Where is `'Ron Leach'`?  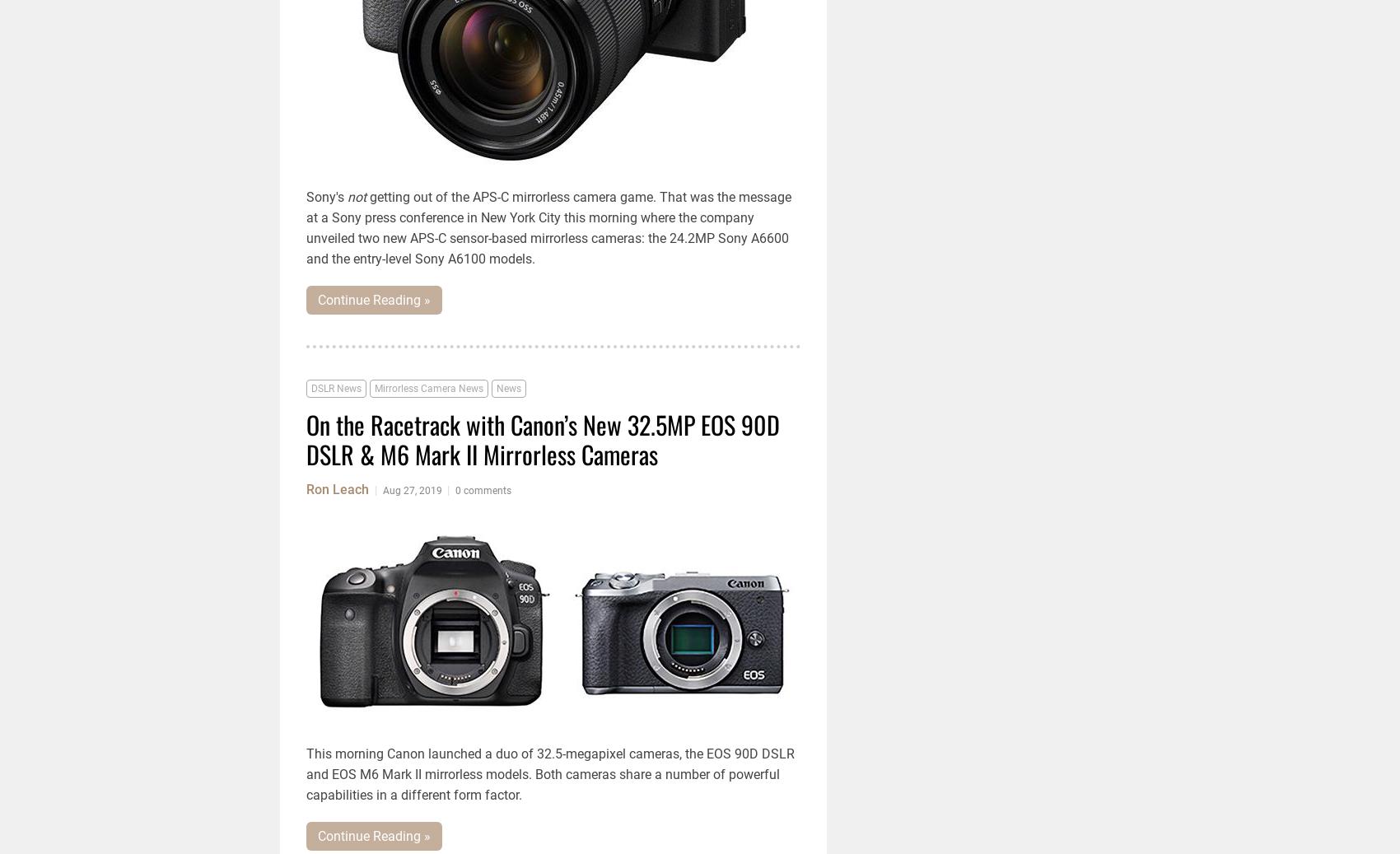
'Ron Leach' is located at coordinates (305, 489).